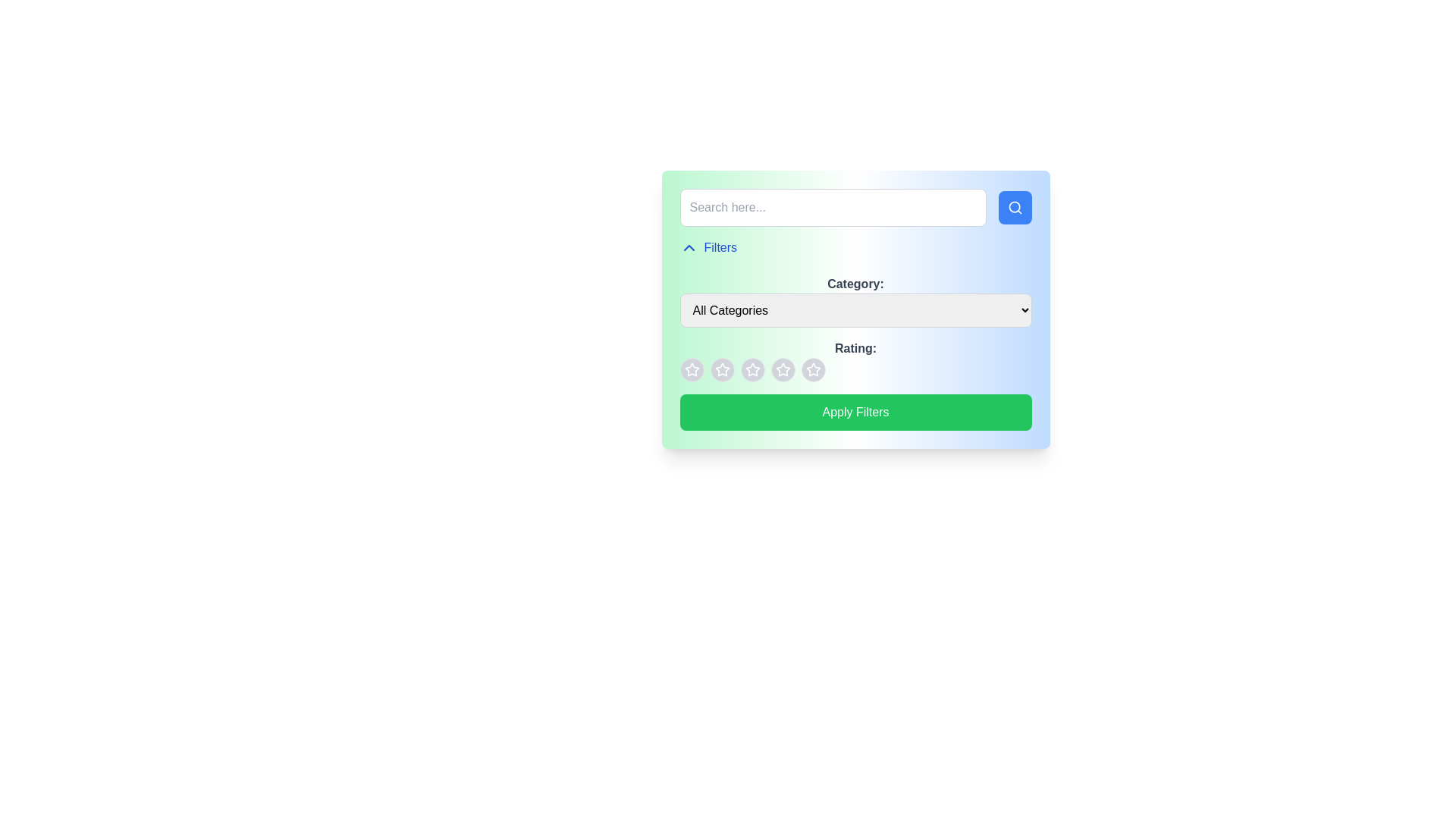 This screenshot has height=819, width=1456. Describe the element at coordinates (812, 370) in the screenshot. I see `the fifth circular button with a gray background and a white star icon located below the 'Rating:' label in the filtering panel` at that location.